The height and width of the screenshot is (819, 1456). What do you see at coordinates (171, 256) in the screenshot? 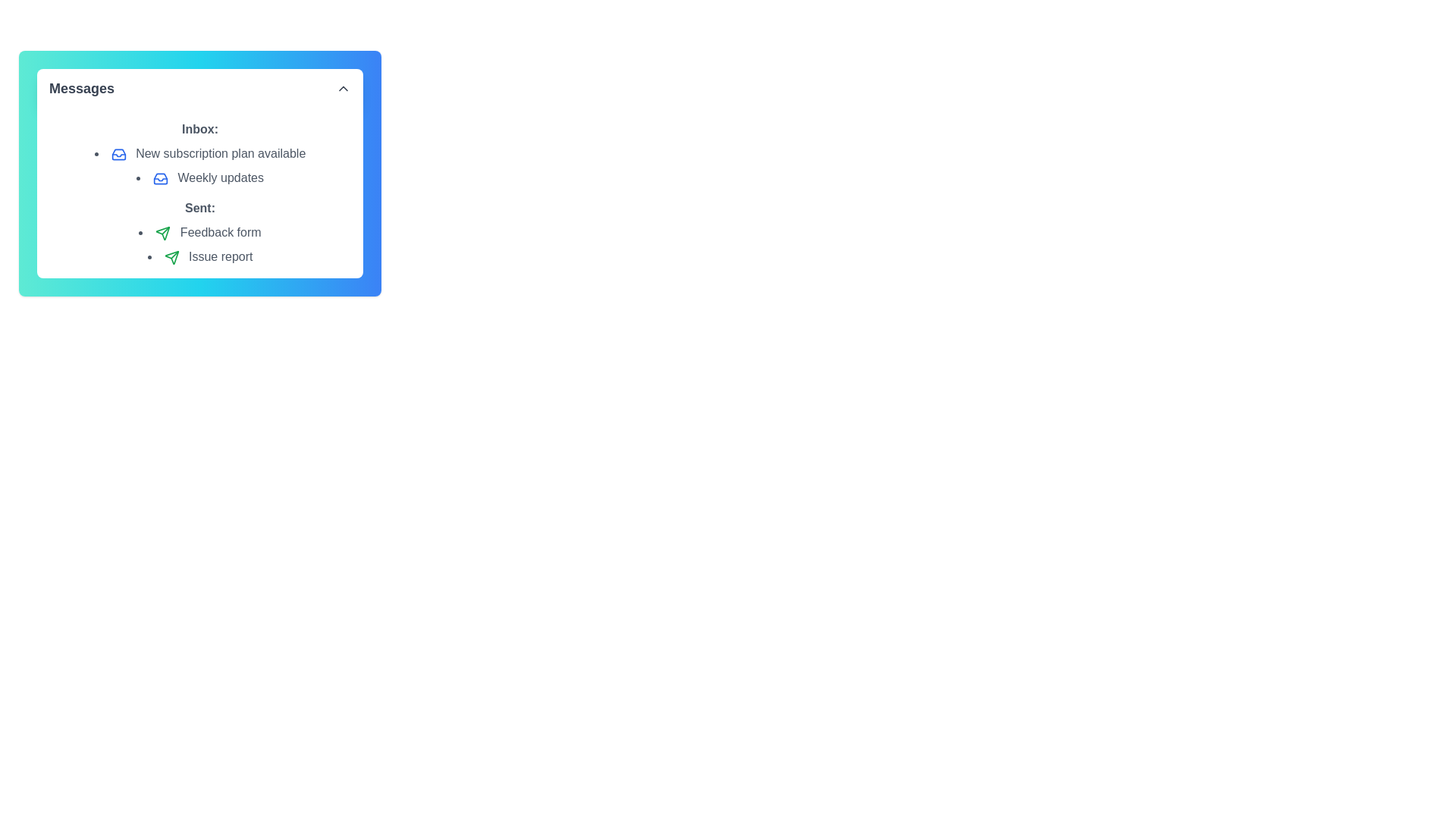
I see `the representation of the green paper plane icon located in the 'Sent' section of the 'Messages' interface, positioned before the text 'Feedback form'` at bounding box center [171, 256].